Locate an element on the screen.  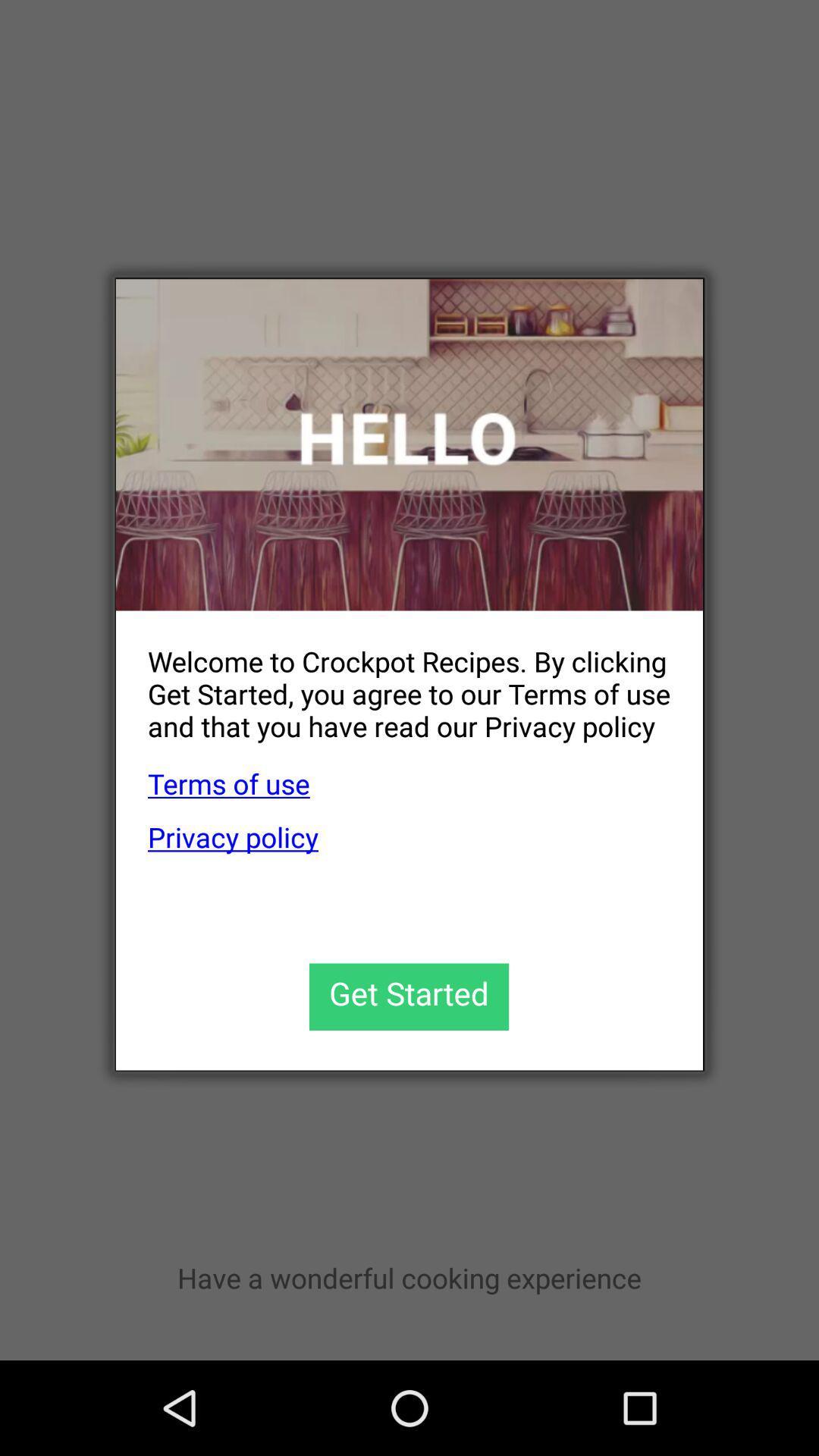
the welcome to crockpot is located at coordinates (393, 681).